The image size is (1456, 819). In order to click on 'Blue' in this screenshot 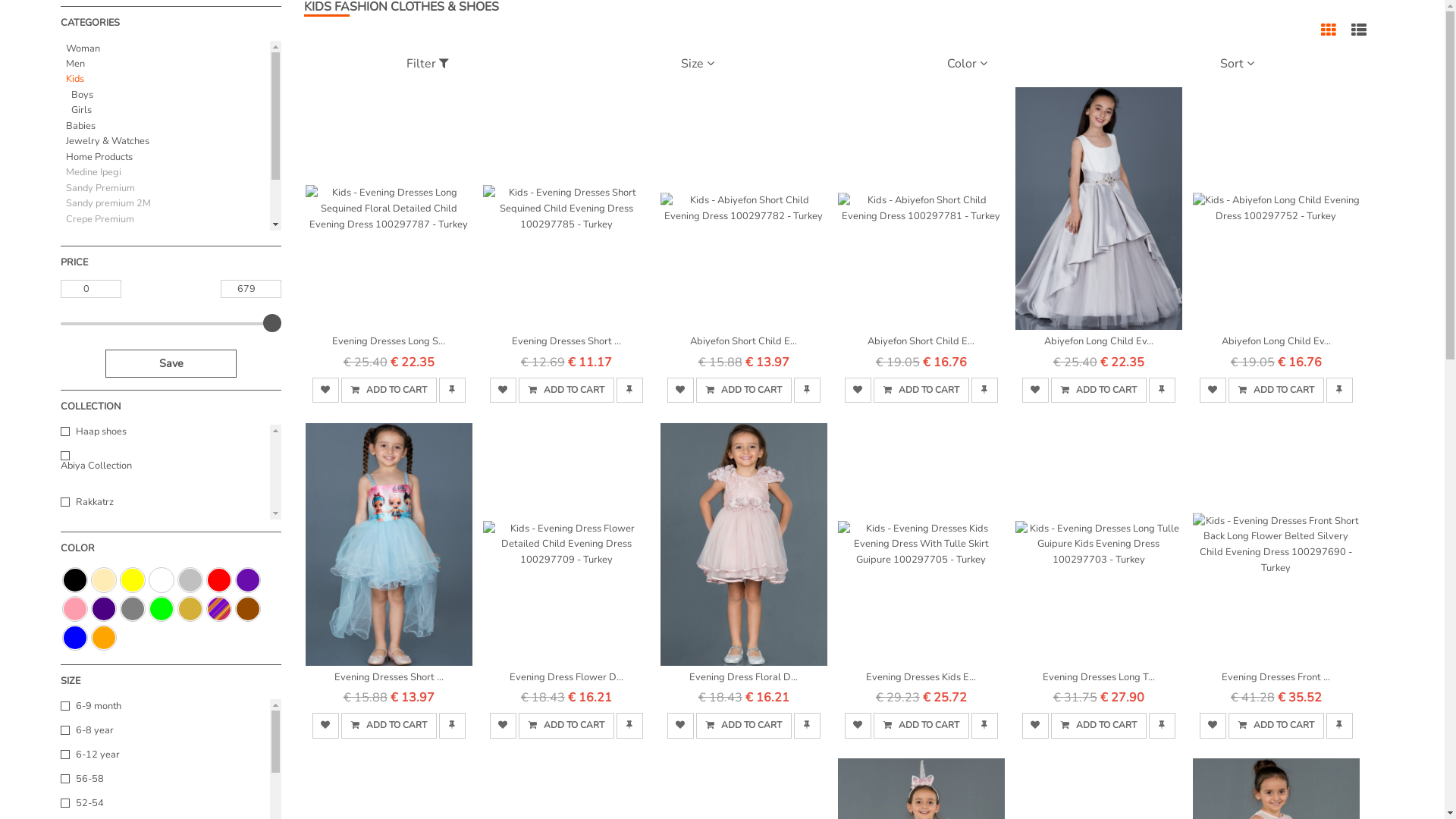, I will do `click(74, 637)`.